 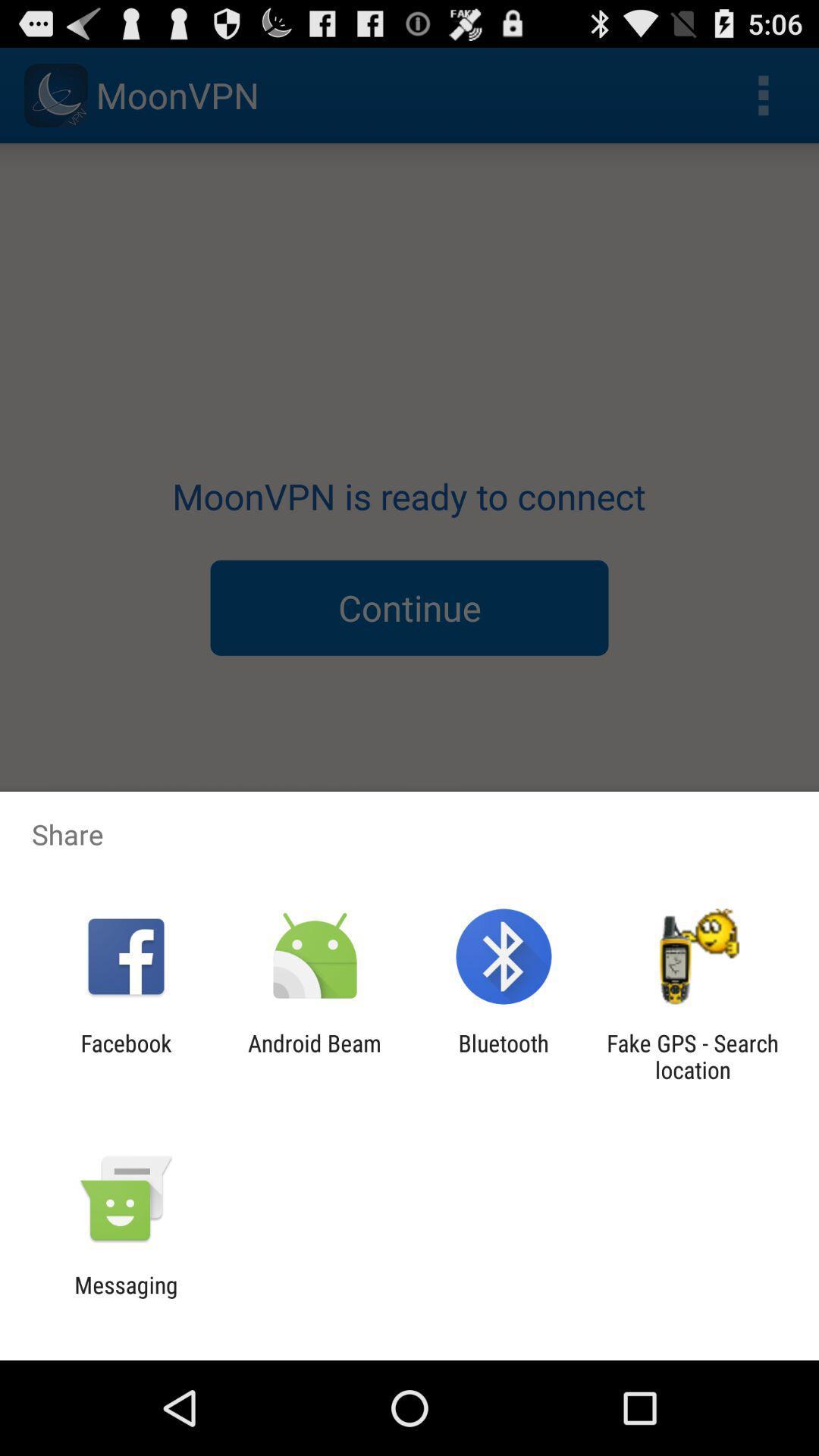 What do you see at coordinates (692, 1056) in the screenshot?
I see `the item at the bottom right corner` at bounding box center [692, 1056].